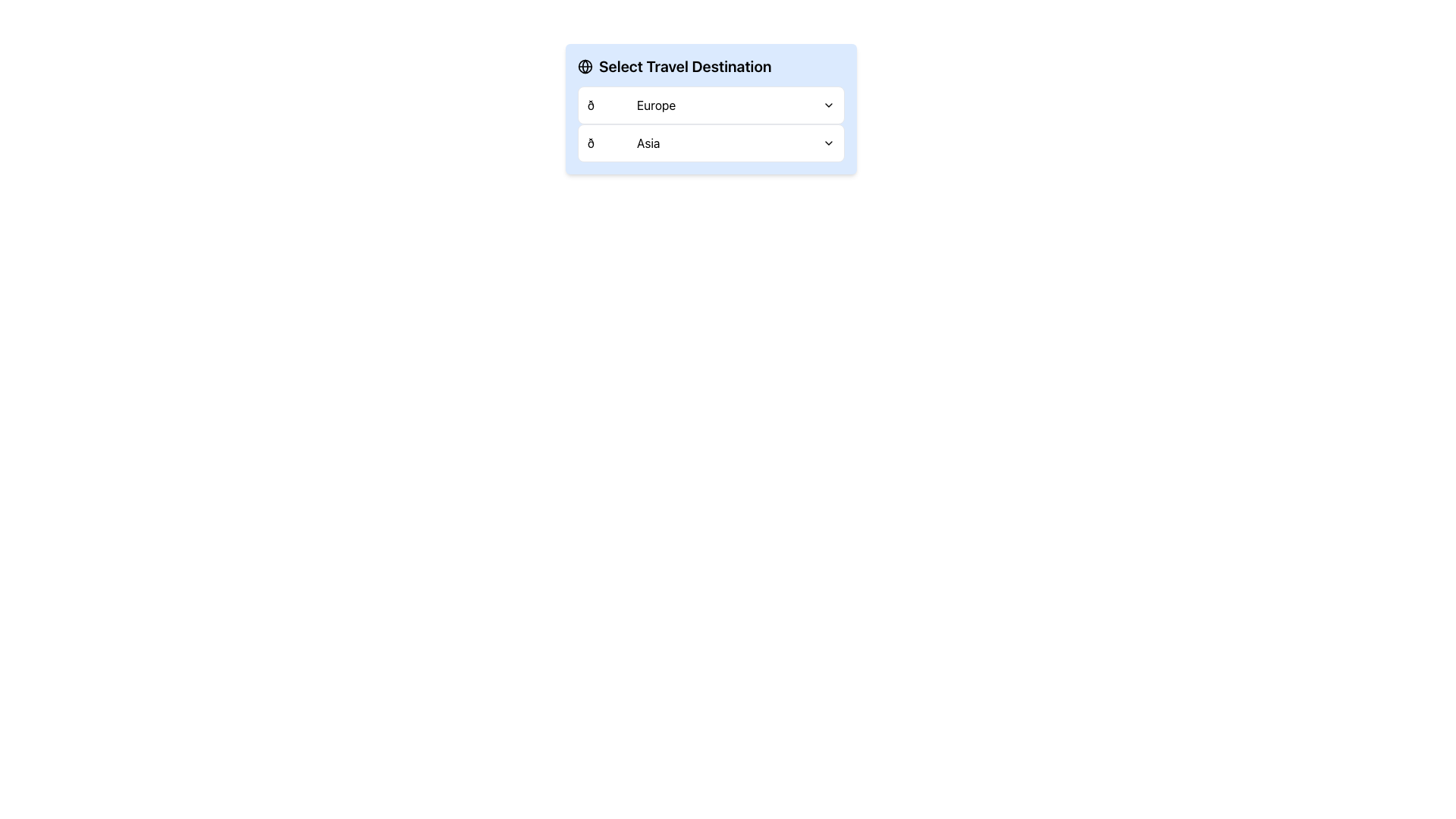 This screenshot has width=1456, height=819. Describe the element at coordinates (585, 66) in the screenshot. I see `the geographic icon located at the far left of the 'Select Travel Destination' section for additional actions or information` at that location.